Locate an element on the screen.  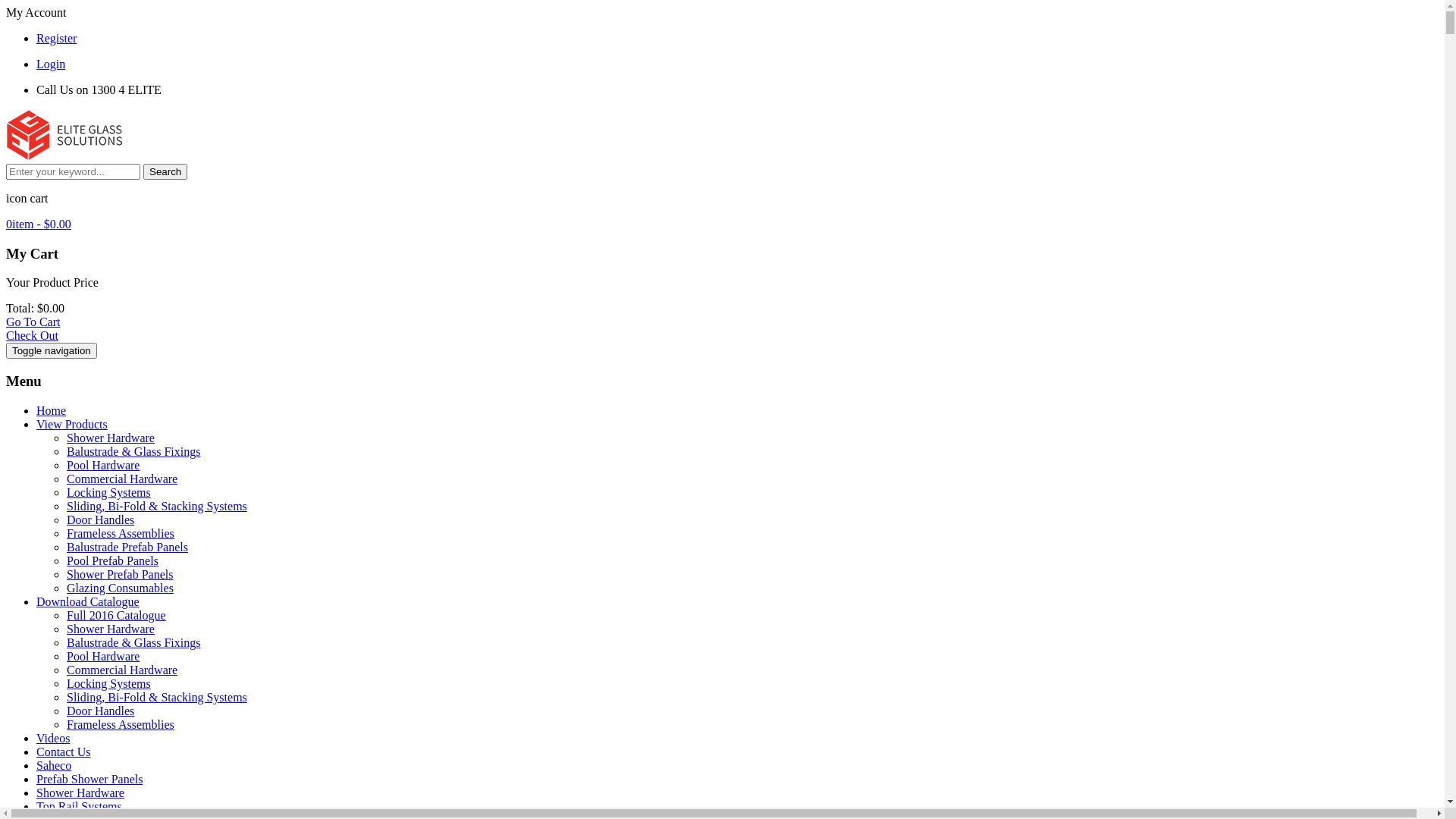
'Door Handles' is located at coordinates (99, 711).